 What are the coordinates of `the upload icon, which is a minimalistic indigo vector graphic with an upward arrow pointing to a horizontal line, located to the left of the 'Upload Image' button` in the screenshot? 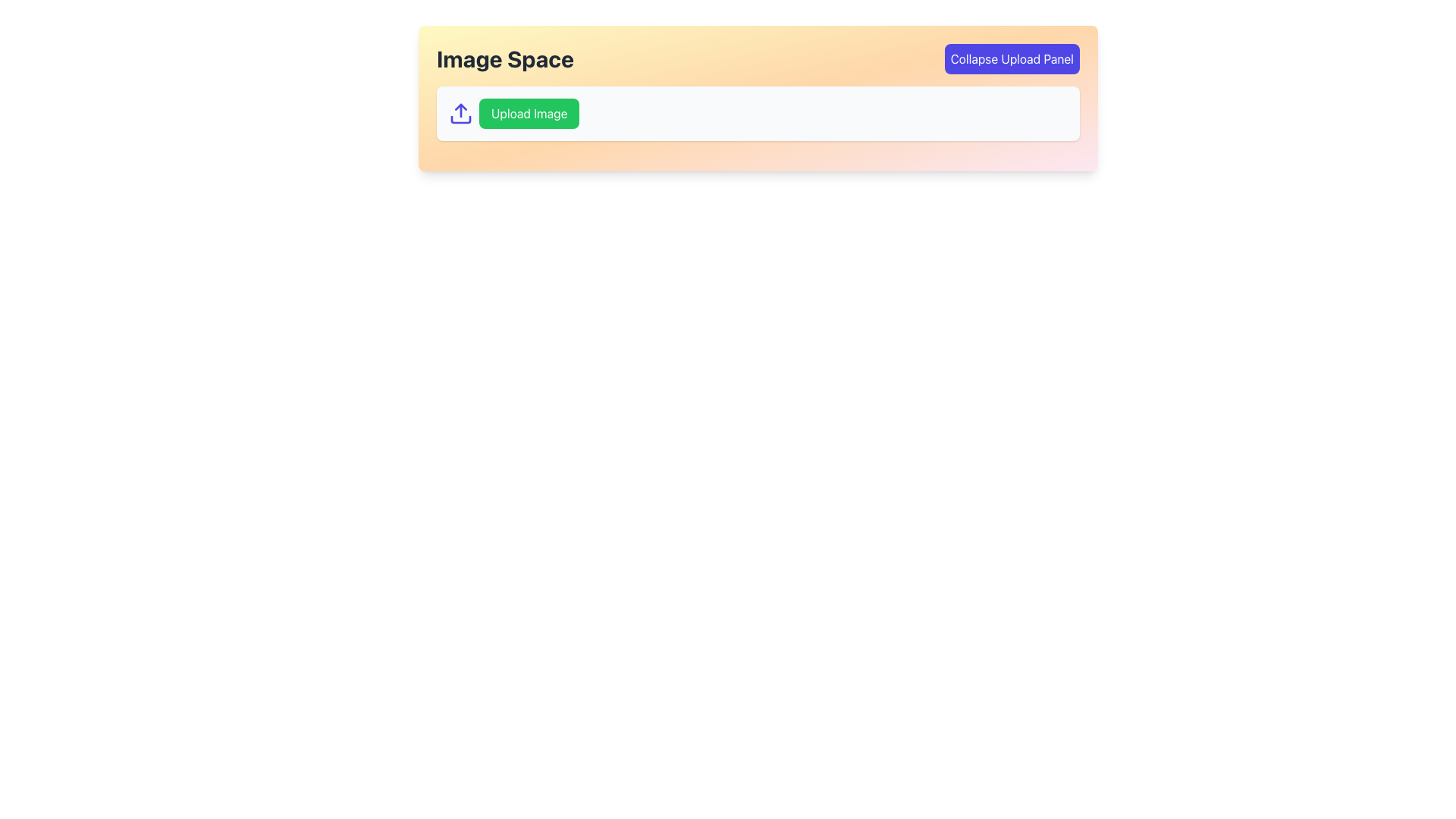 It's located at (460, 113).